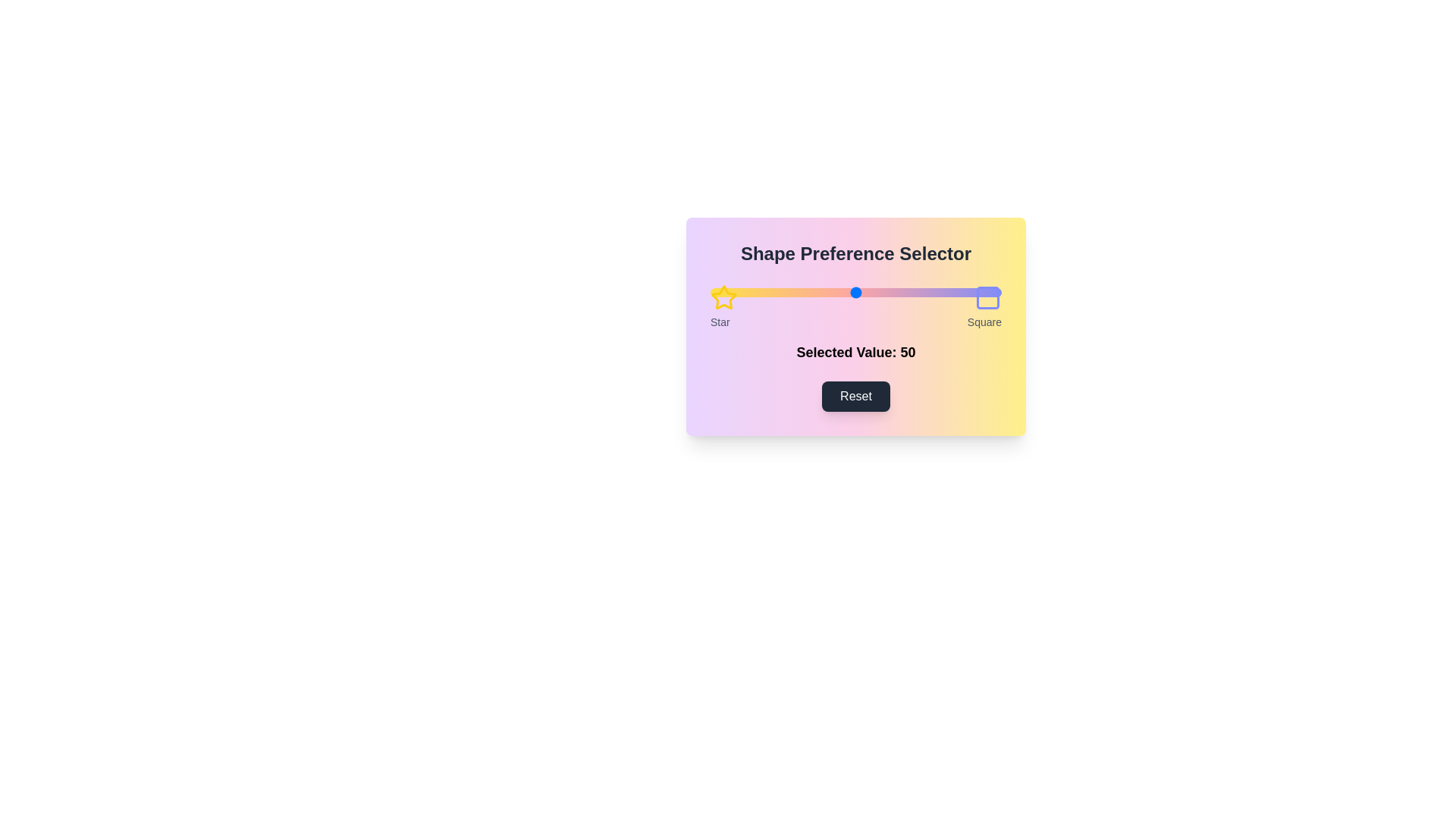 The image size is (1456, 819). I want to click on the slider to set the preference value to 0, so click(709, 292).